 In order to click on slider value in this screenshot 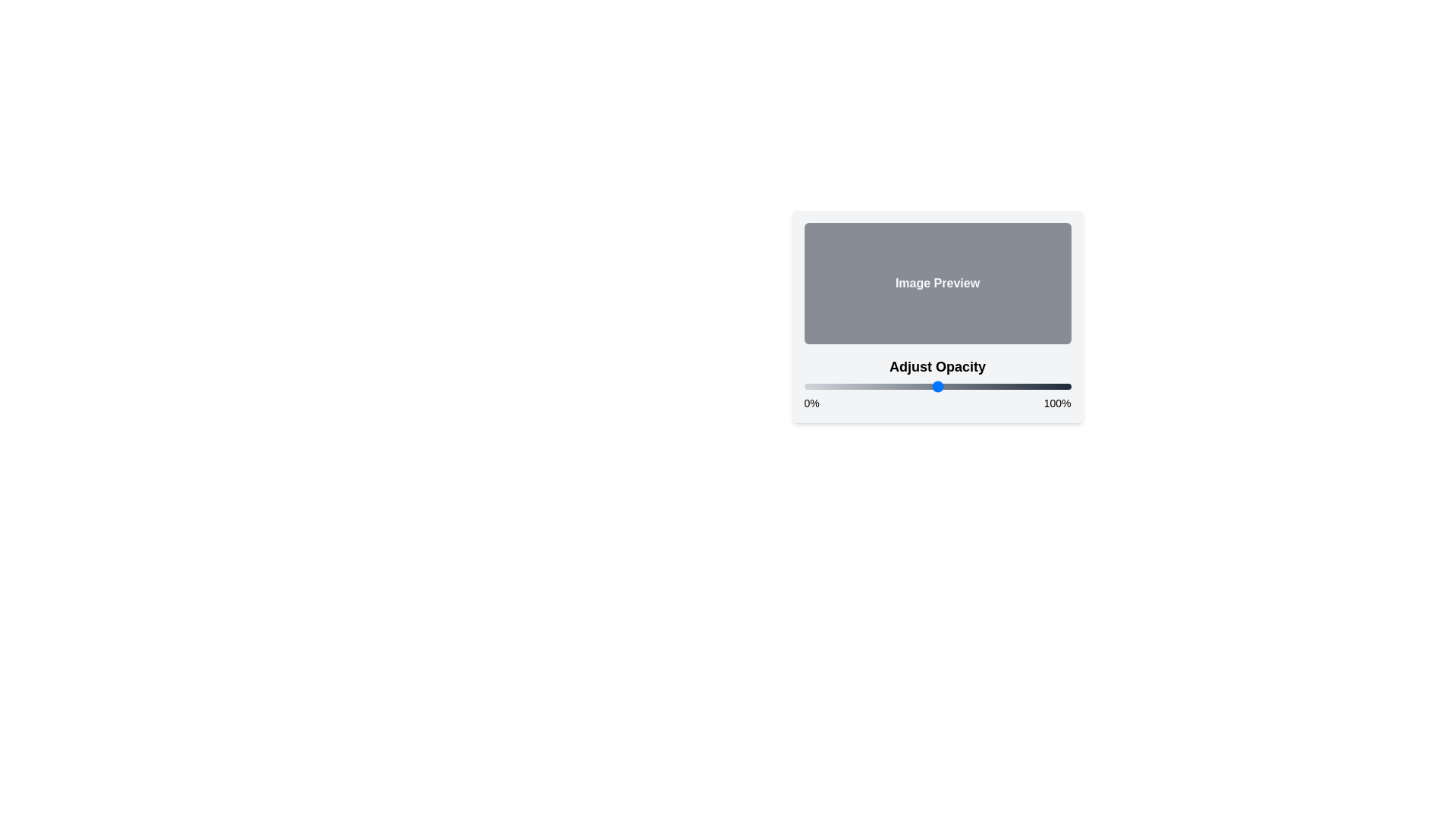, I will do `click(811, 385)`.